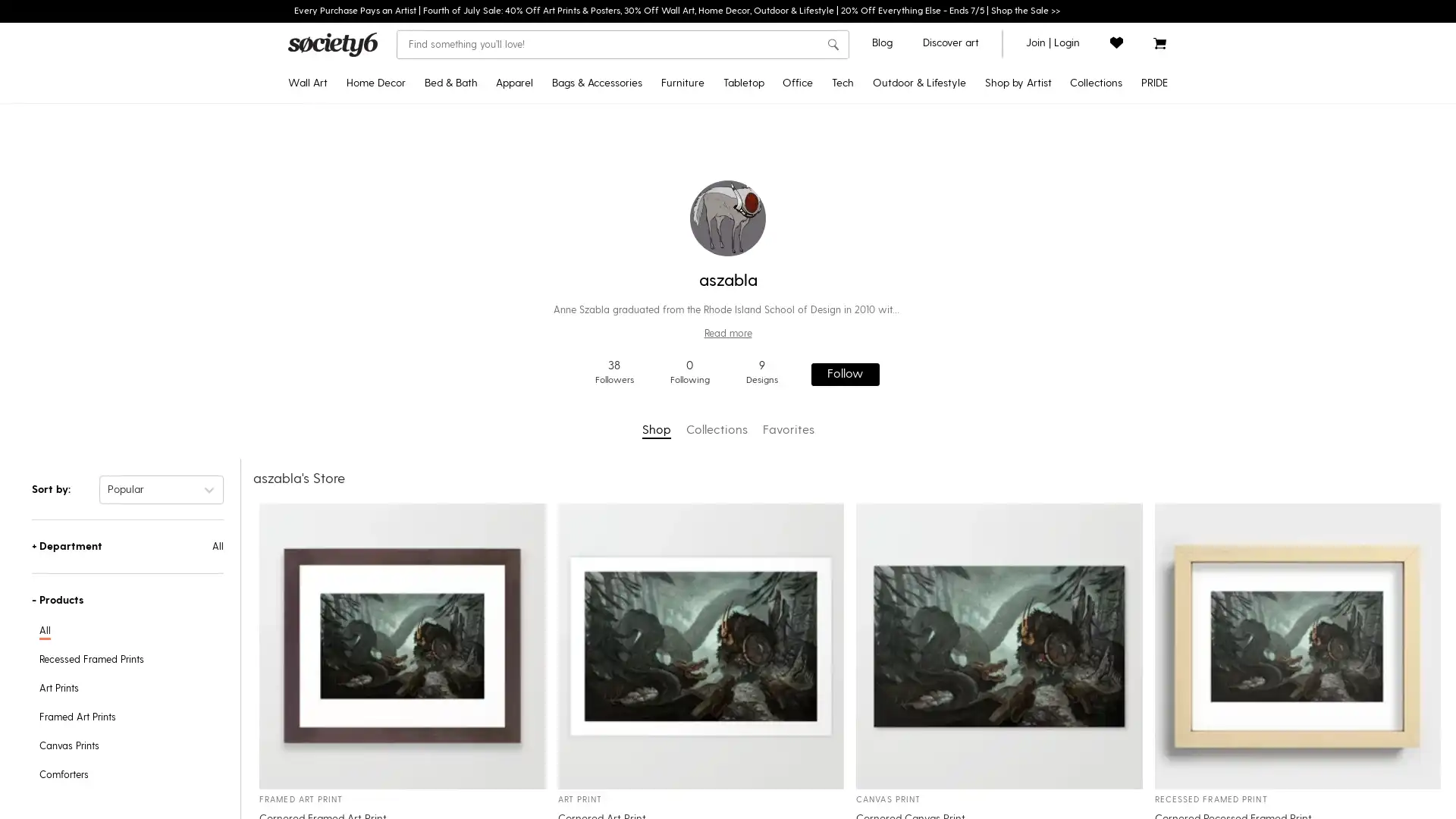 The image size is (1456, 819). What do you see at coordinates (1040, 391) in the screenshot?
I see `Discover Cotton Bedding` at bounding box center [1040, 391].